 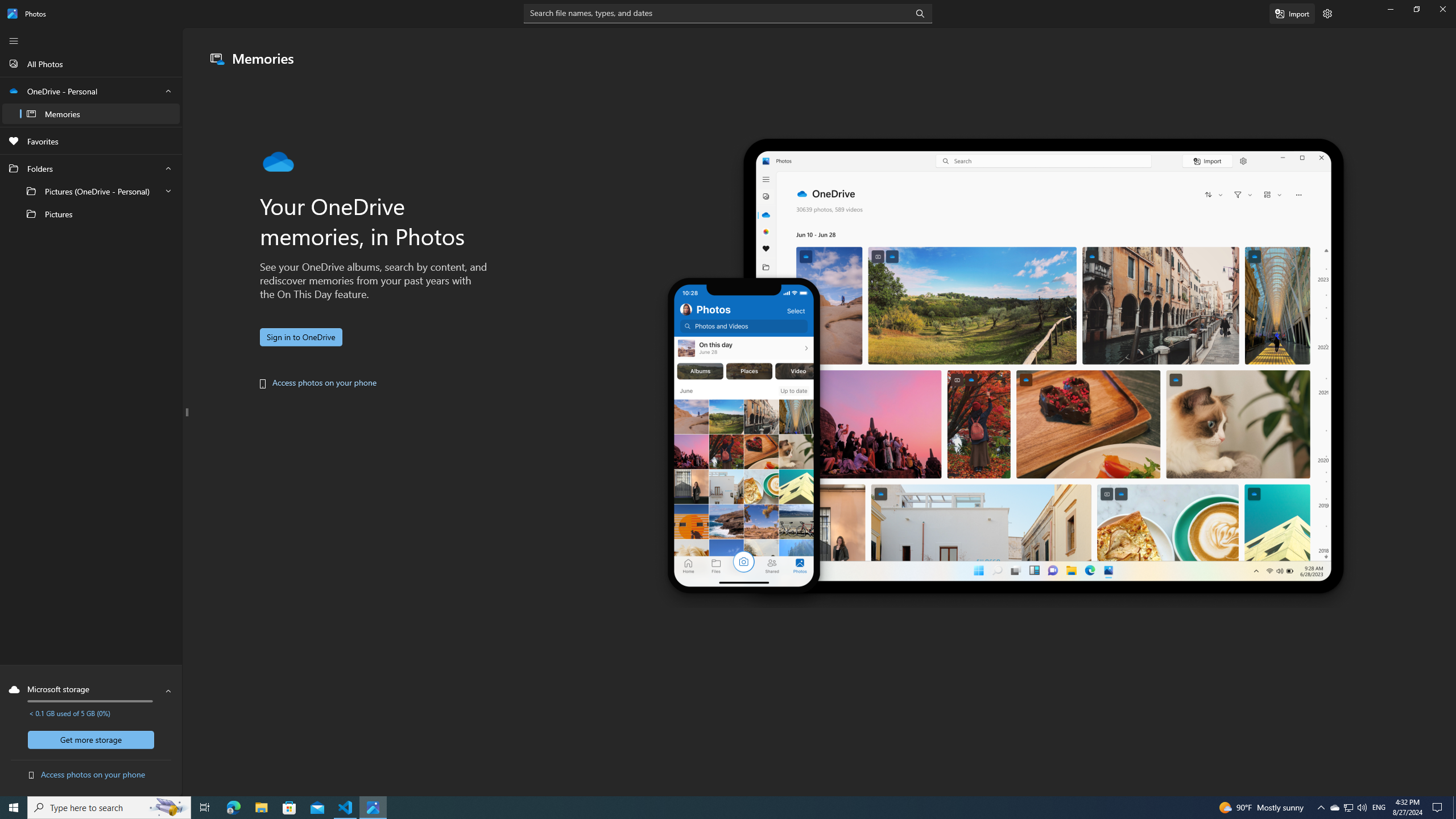 I want to click on 'Pictures', so click(x=90, y=213).